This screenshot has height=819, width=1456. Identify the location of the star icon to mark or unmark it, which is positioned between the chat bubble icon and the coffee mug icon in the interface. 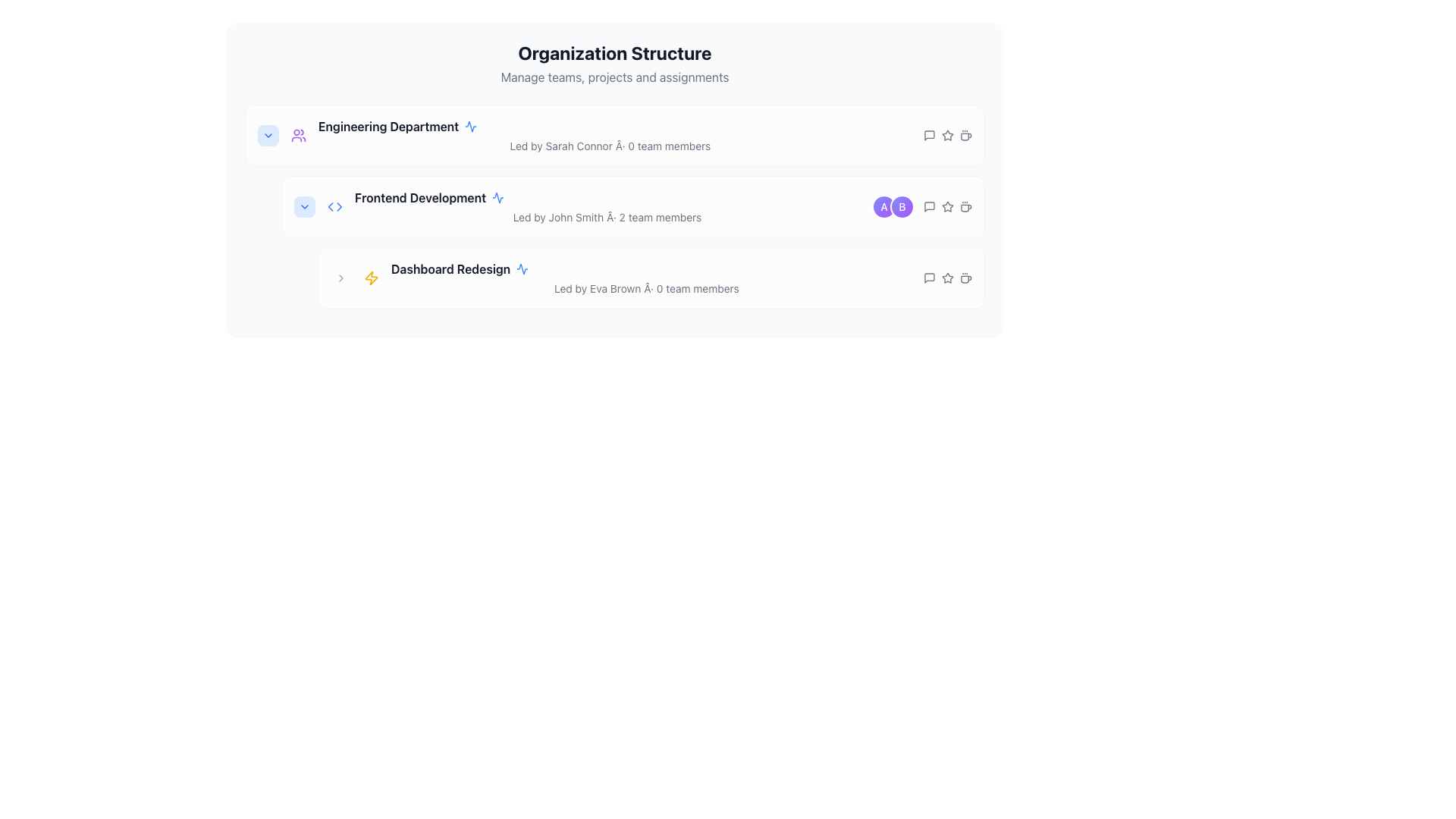
(946, 134).